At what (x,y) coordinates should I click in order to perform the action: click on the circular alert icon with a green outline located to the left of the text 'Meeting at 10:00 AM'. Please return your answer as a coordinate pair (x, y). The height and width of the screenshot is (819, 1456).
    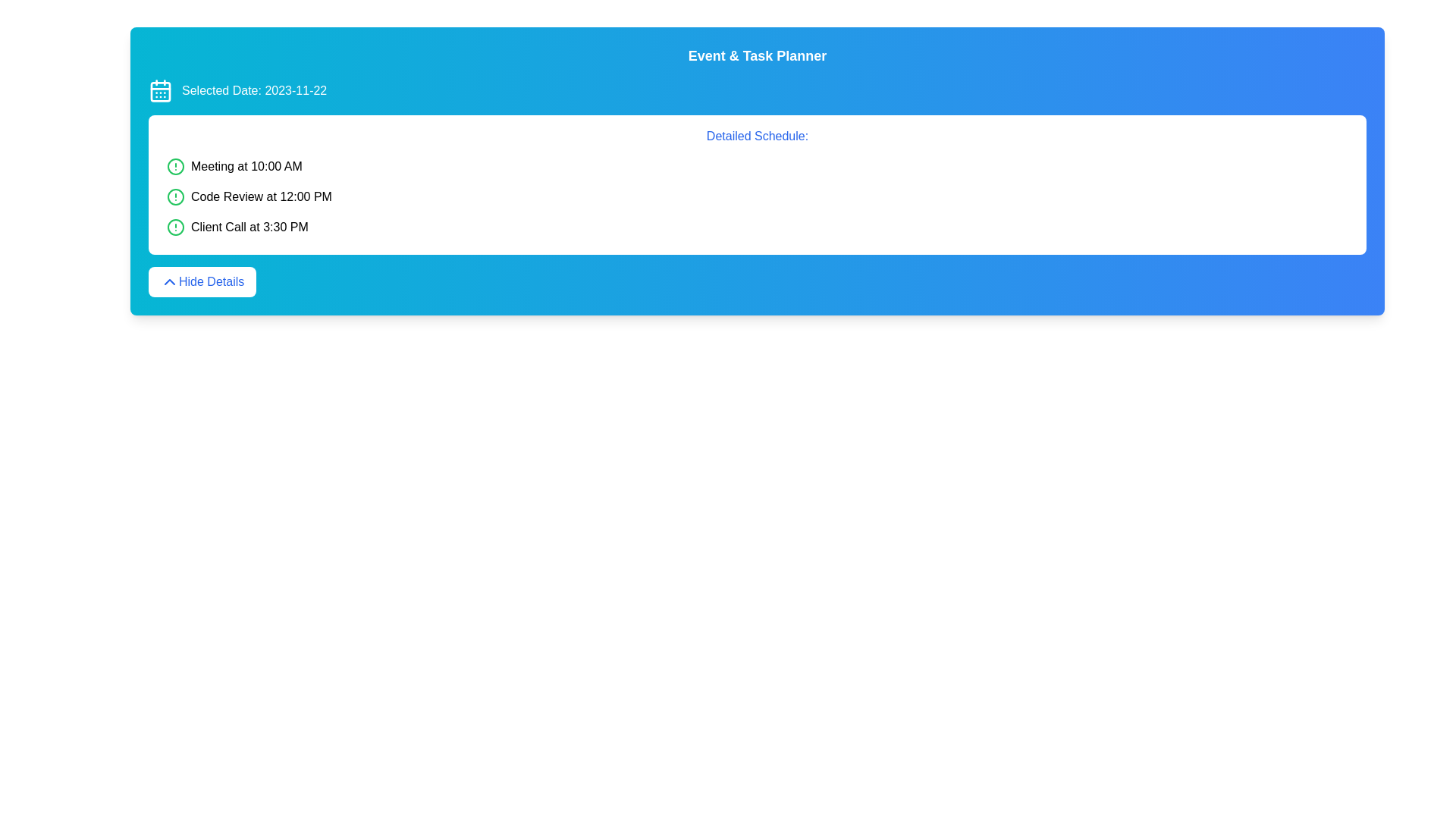
    Looking at the image, I should click on (175, 166).